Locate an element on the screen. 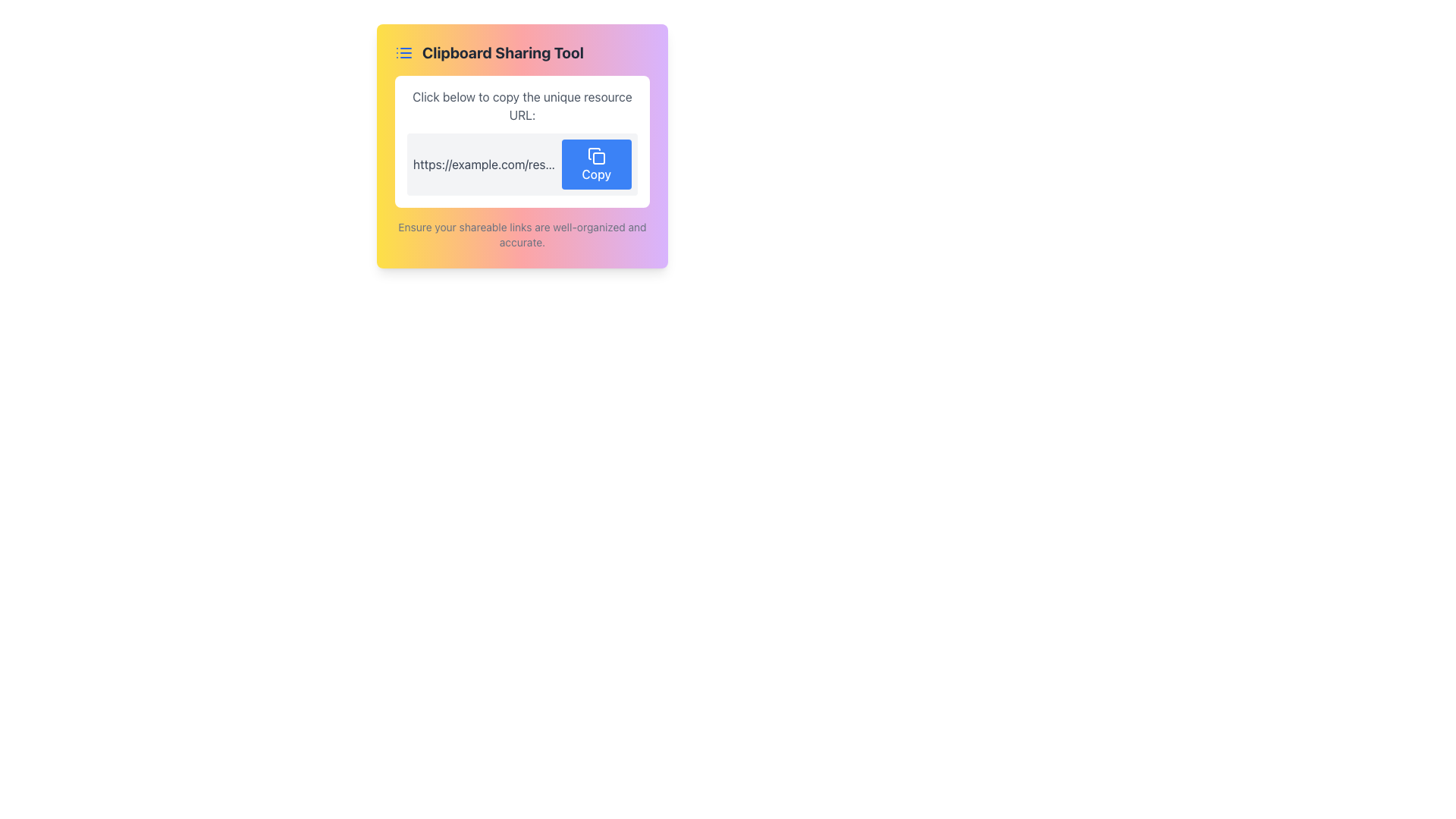  the aesthetic contribution of the copy action icon, which is part of a grouped icon structure above the blue 'Copy' button is located at coordinates (593, 153).